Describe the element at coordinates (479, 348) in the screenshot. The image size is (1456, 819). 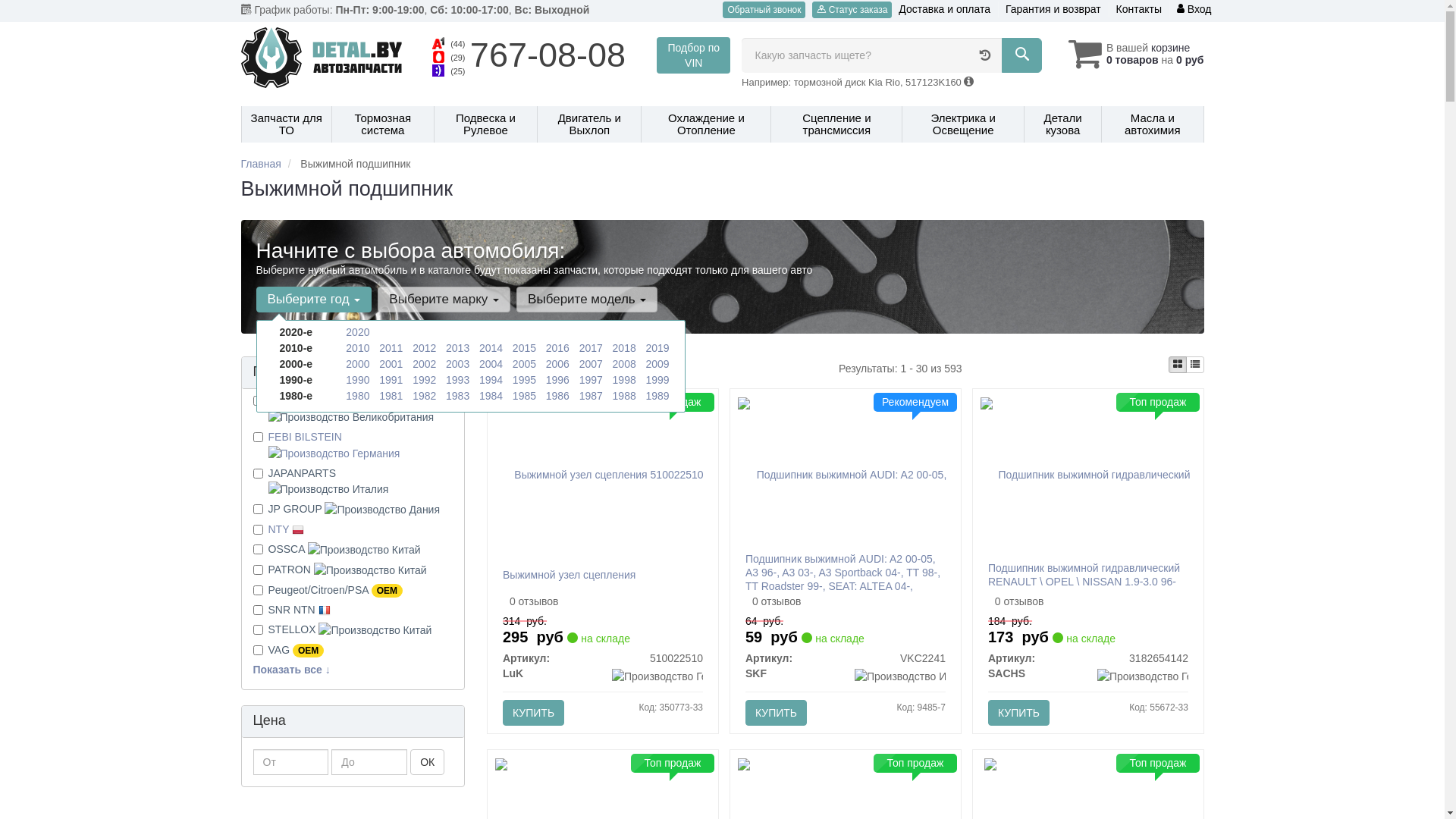
I see `'2014'` at that location.